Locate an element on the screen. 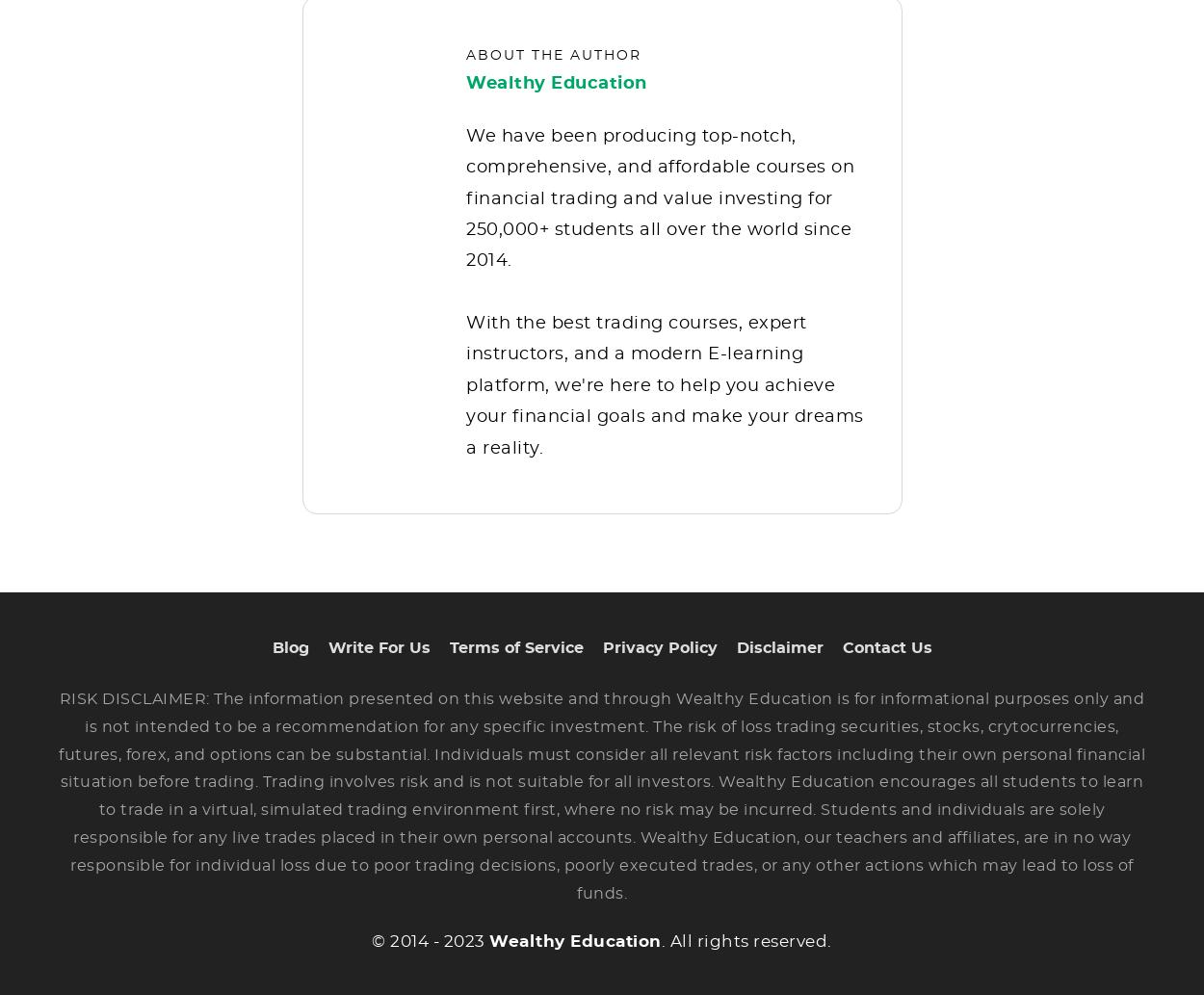 This screenshot has width=1204, height=995. '2023' is located at coordinates (462, 955).